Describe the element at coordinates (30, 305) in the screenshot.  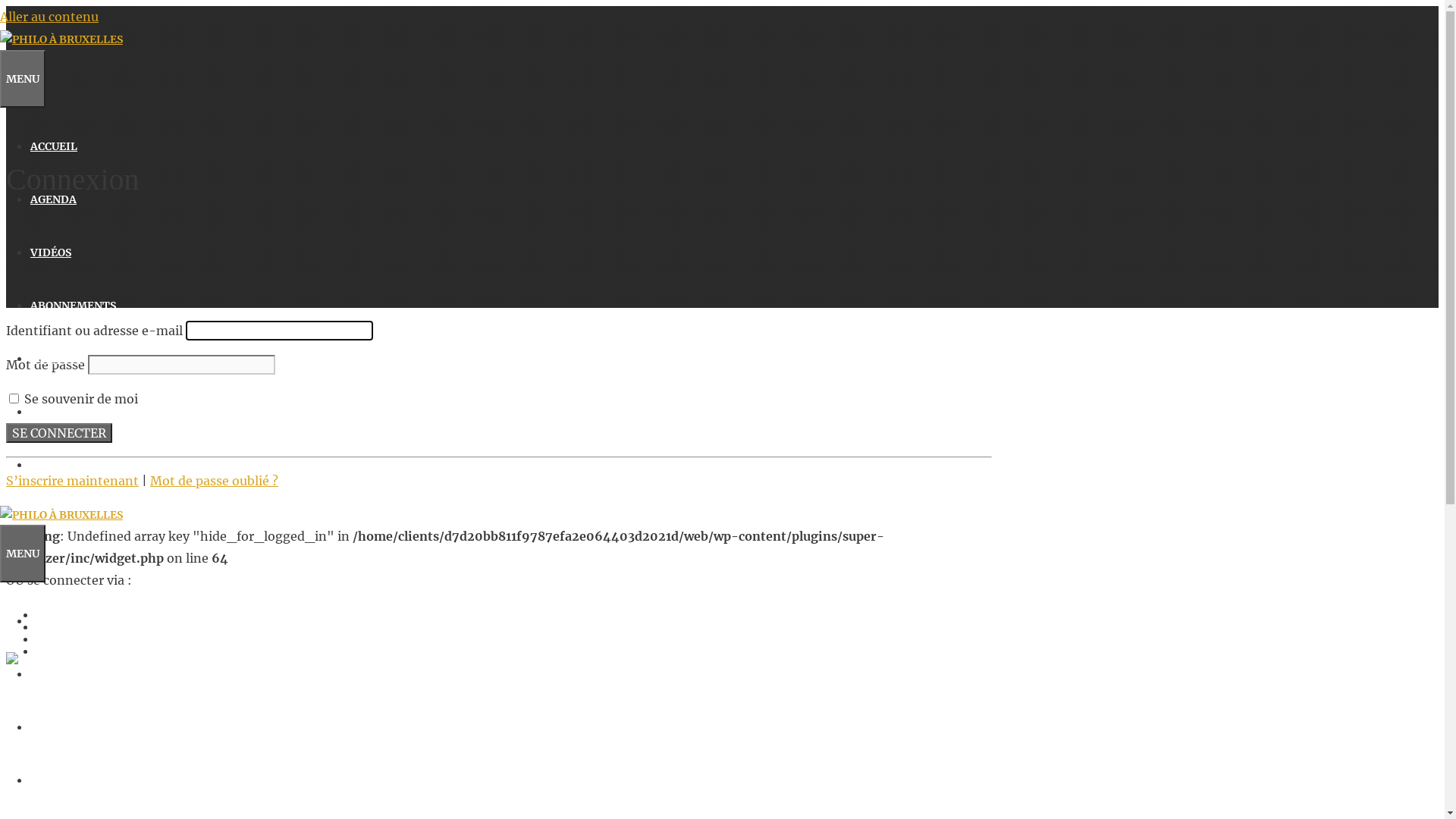
I see `'ABONNEMENTS'` at that location.